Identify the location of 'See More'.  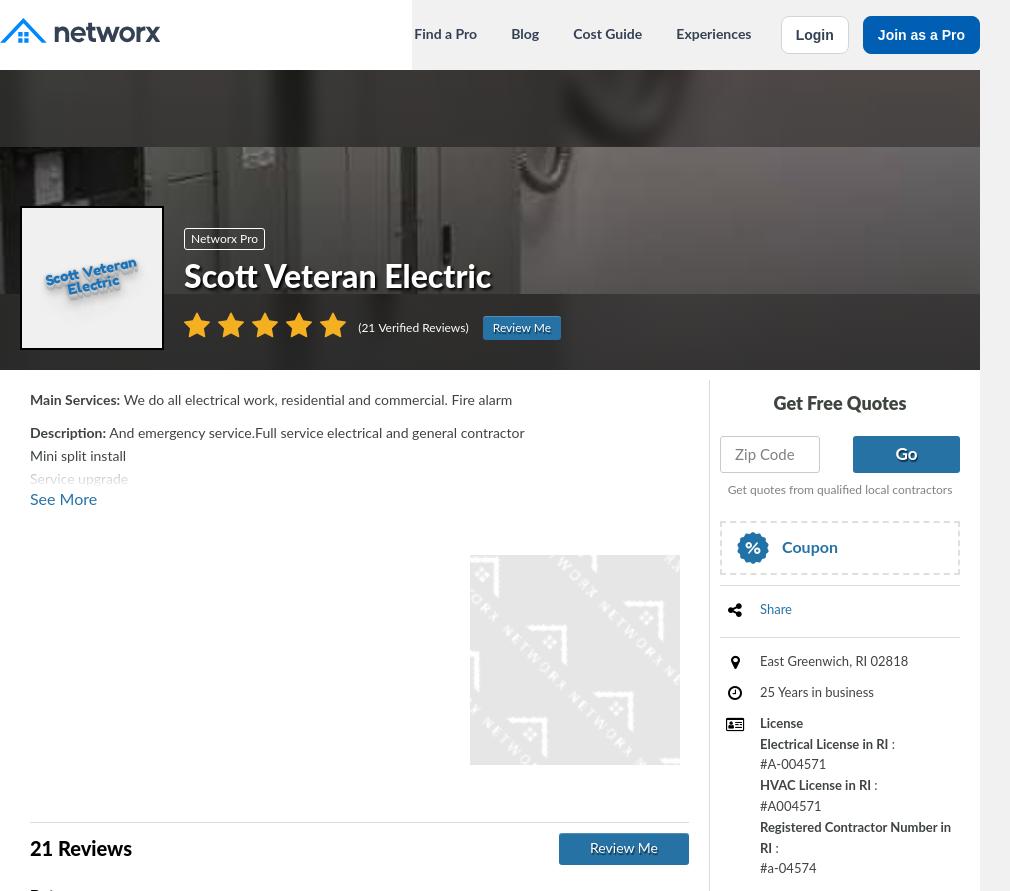
(62, 499).